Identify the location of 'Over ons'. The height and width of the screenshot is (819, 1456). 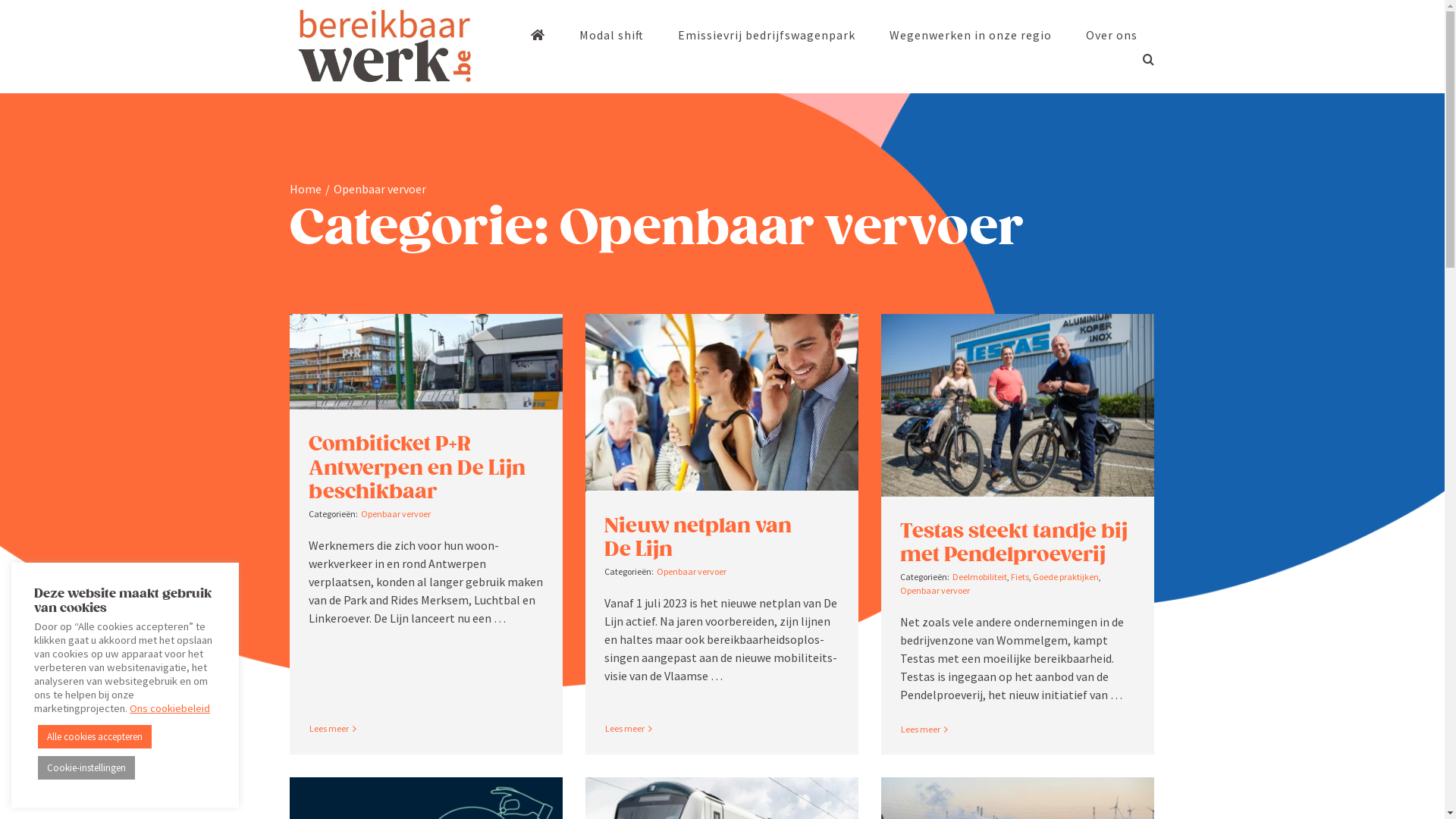
(1111, 34).